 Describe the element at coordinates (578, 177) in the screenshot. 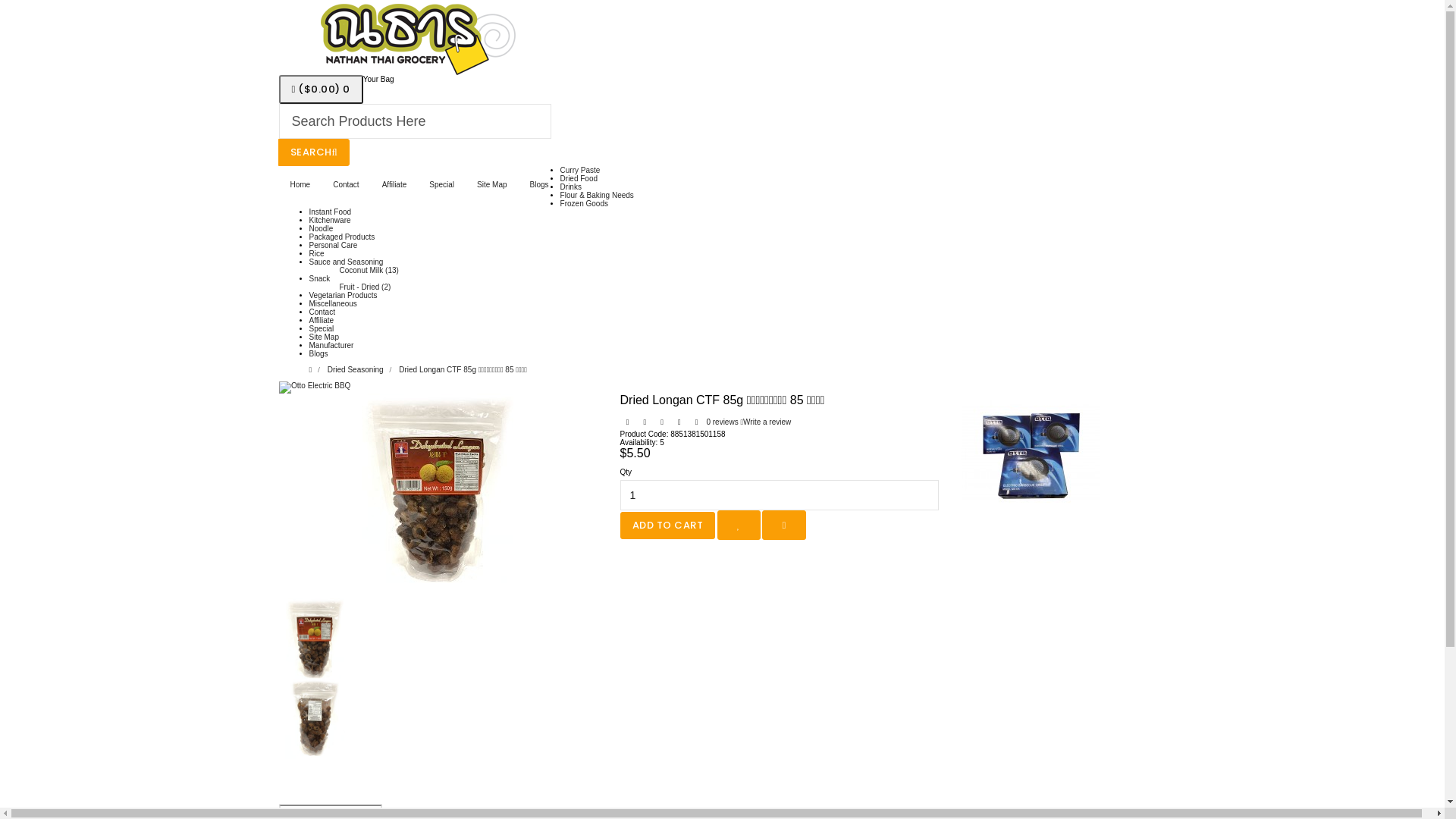

I see `'Dried Food'` at that location.